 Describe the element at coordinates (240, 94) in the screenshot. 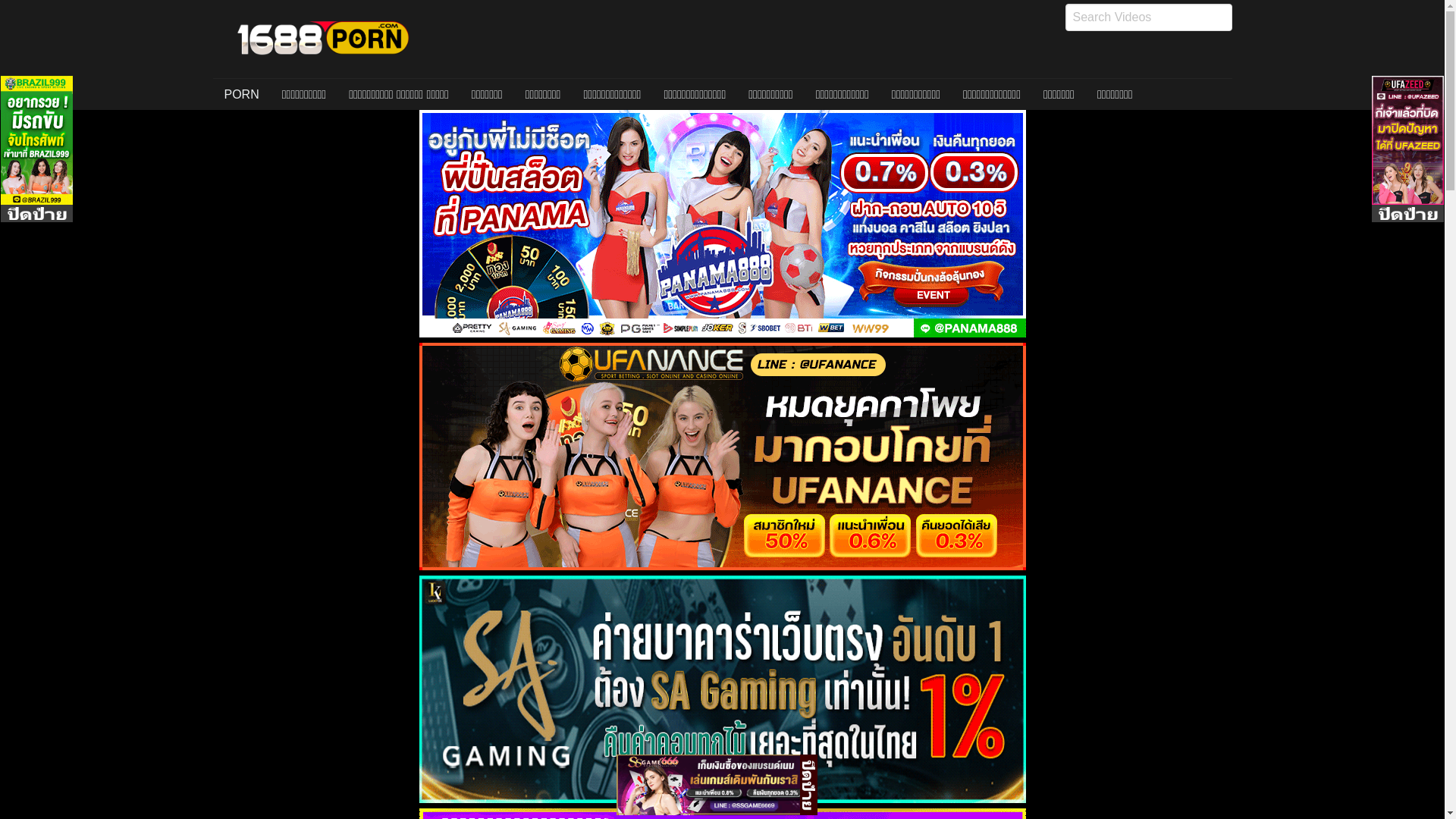

I see `'PORN'` at that location.